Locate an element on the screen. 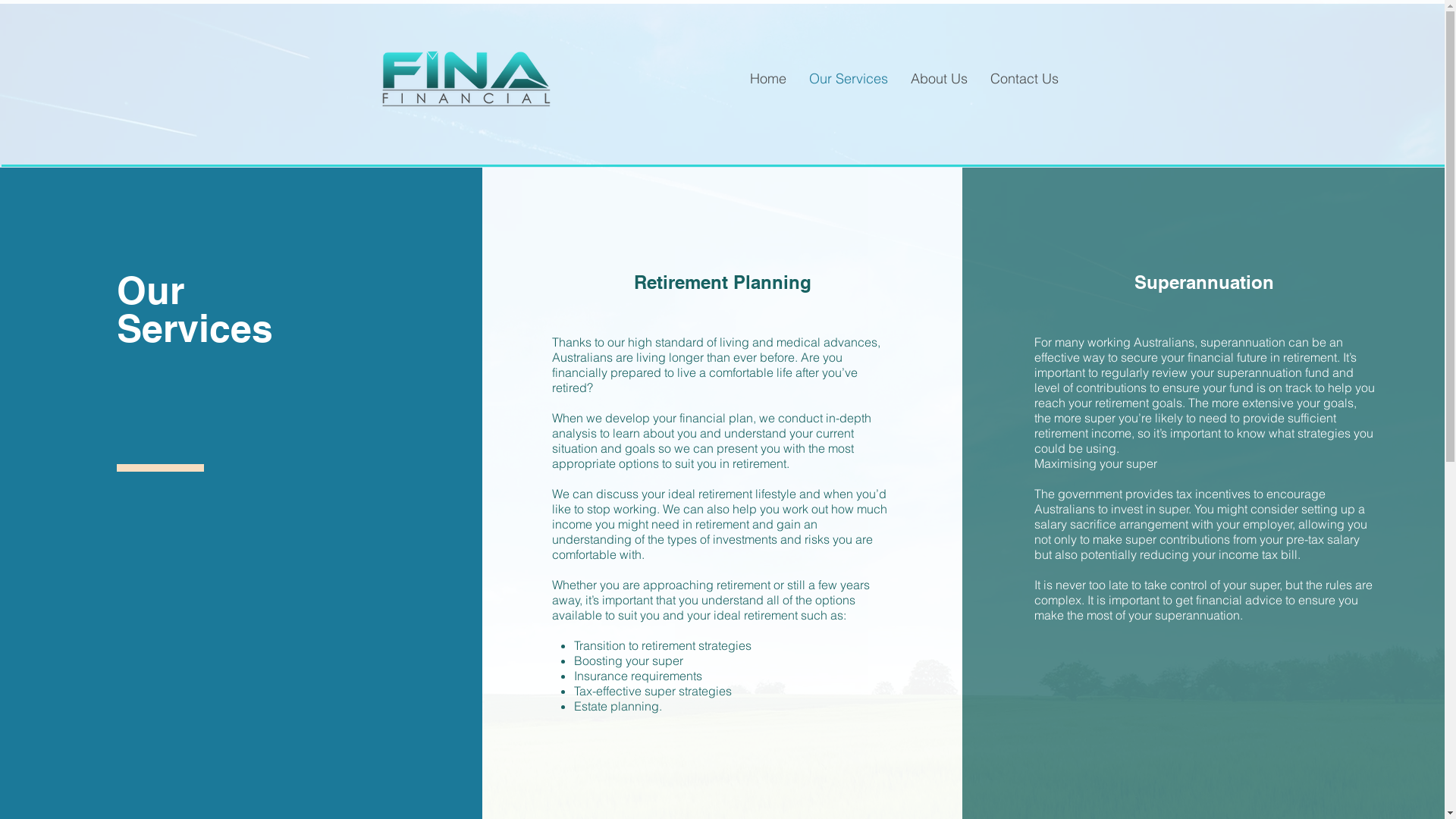  'Our Services' is located at coordinates (847, 79).